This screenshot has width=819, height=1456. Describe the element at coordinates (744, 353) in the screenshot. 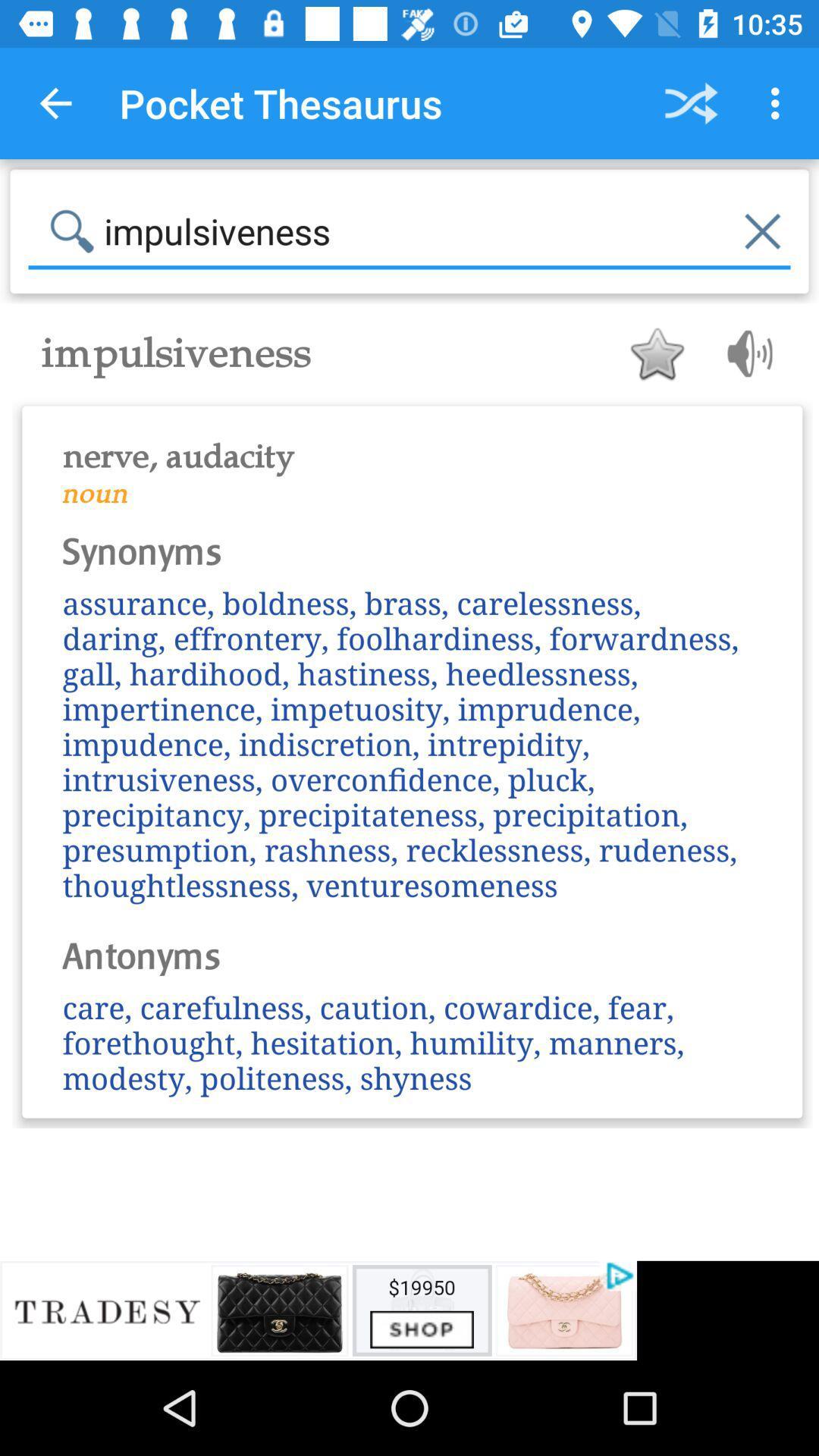

I see `volume` at that location.